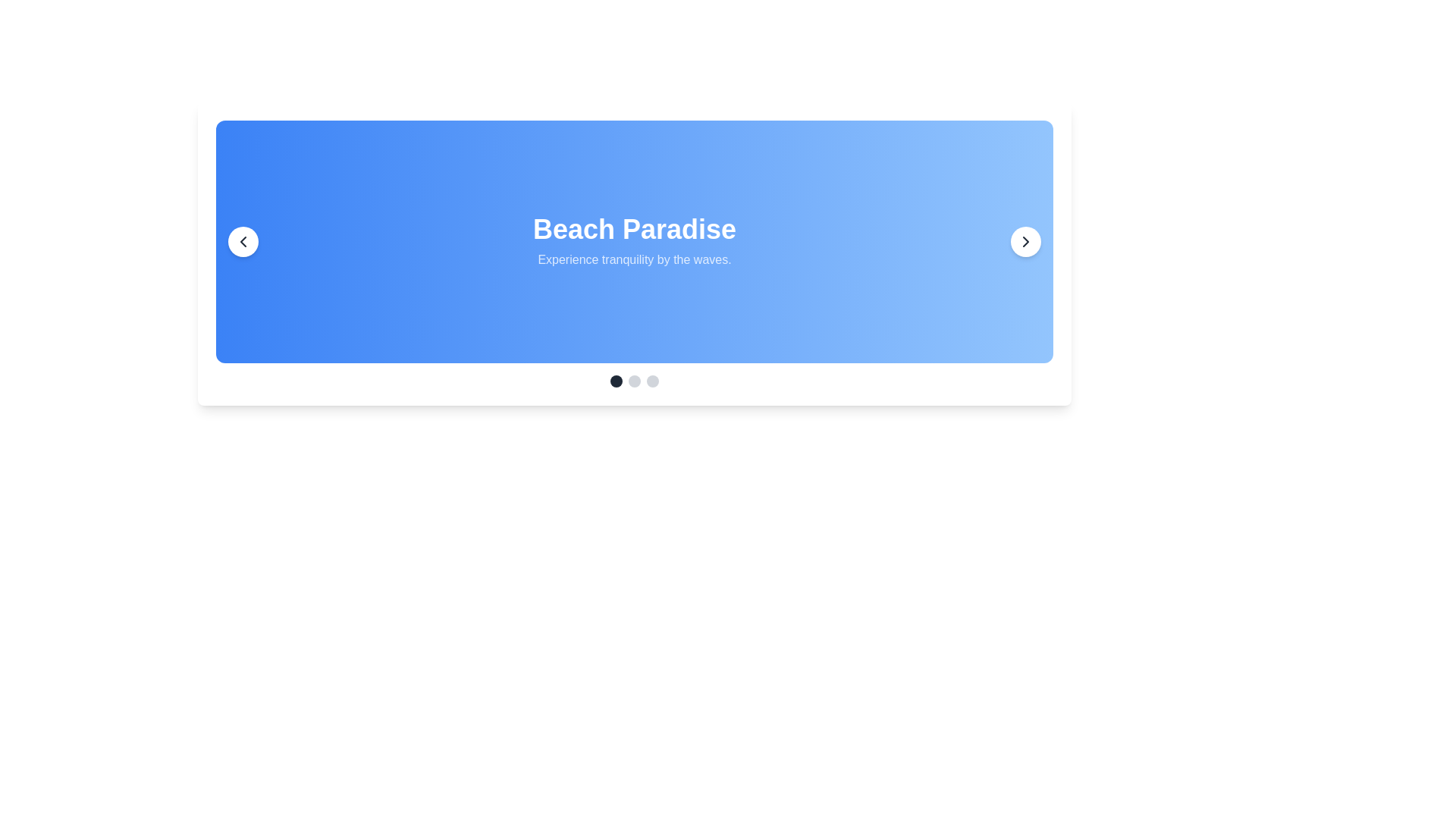  I want to click on the backward navigation icon located in the upper-left portion of the circular button within the central blue section, so click(243, 241).